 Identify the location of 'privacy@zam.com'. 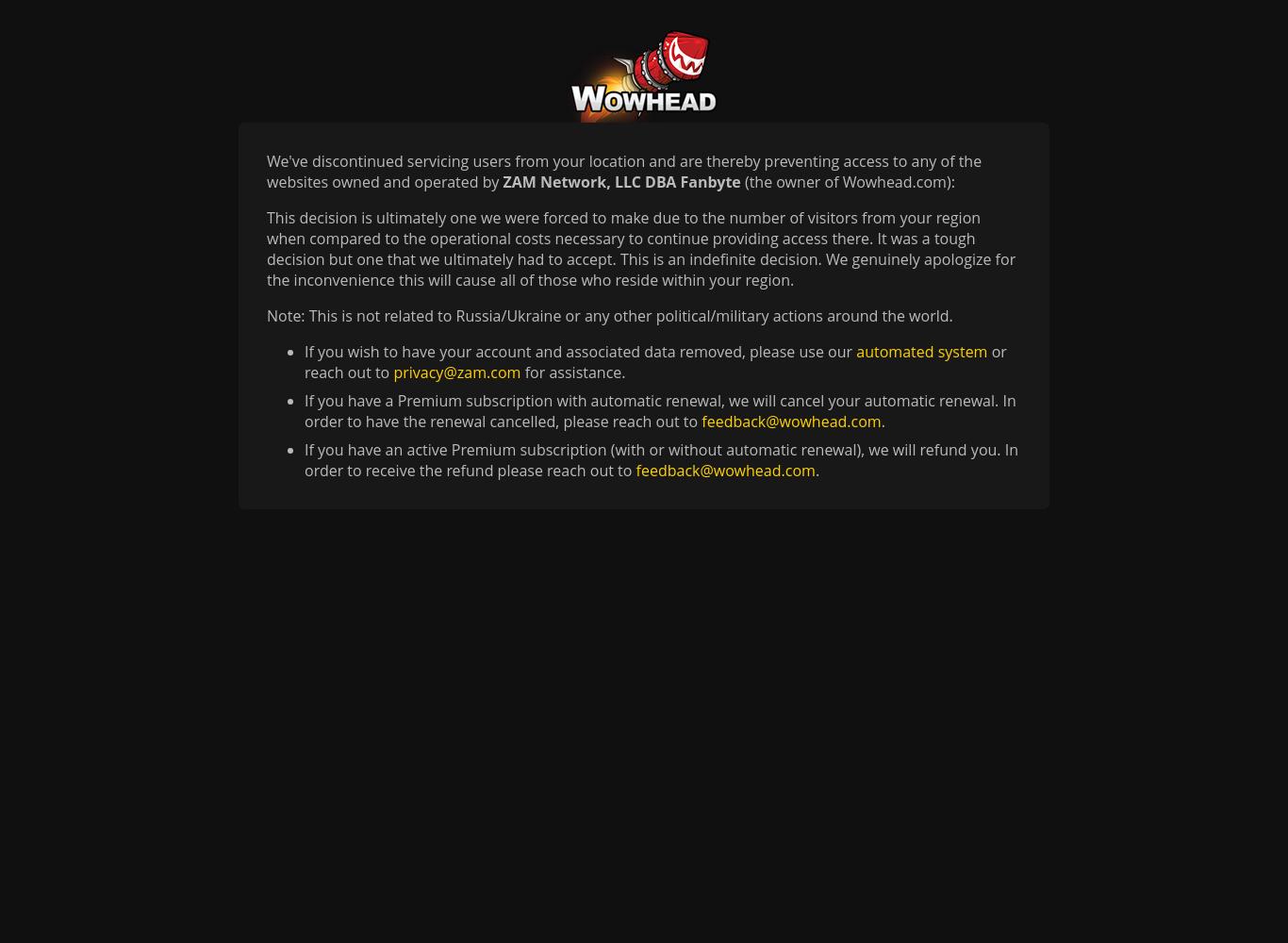
(456, 372).